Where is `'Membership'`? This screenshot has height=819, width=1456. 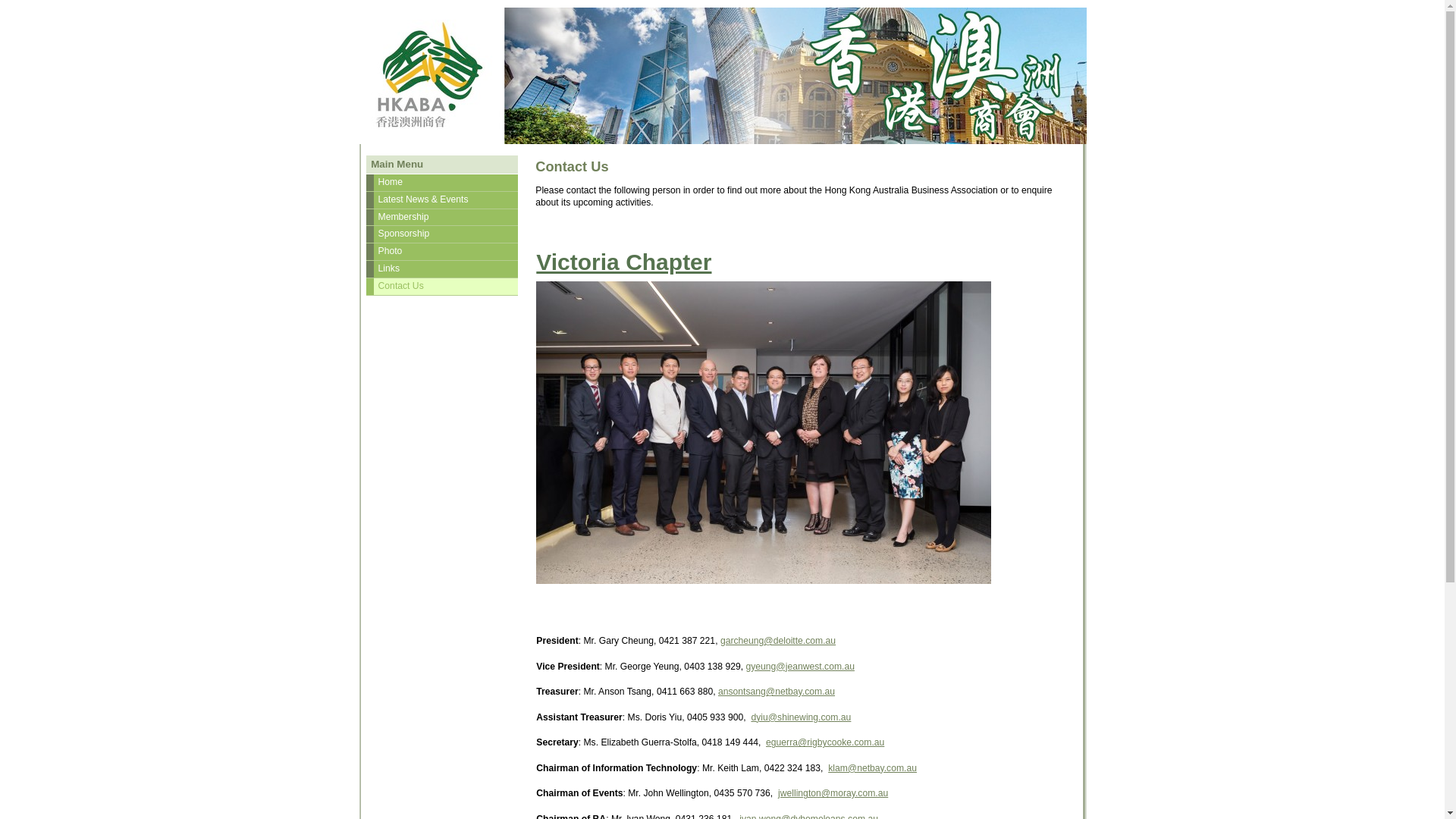 'Membership' is located at coordinates (441, 217).